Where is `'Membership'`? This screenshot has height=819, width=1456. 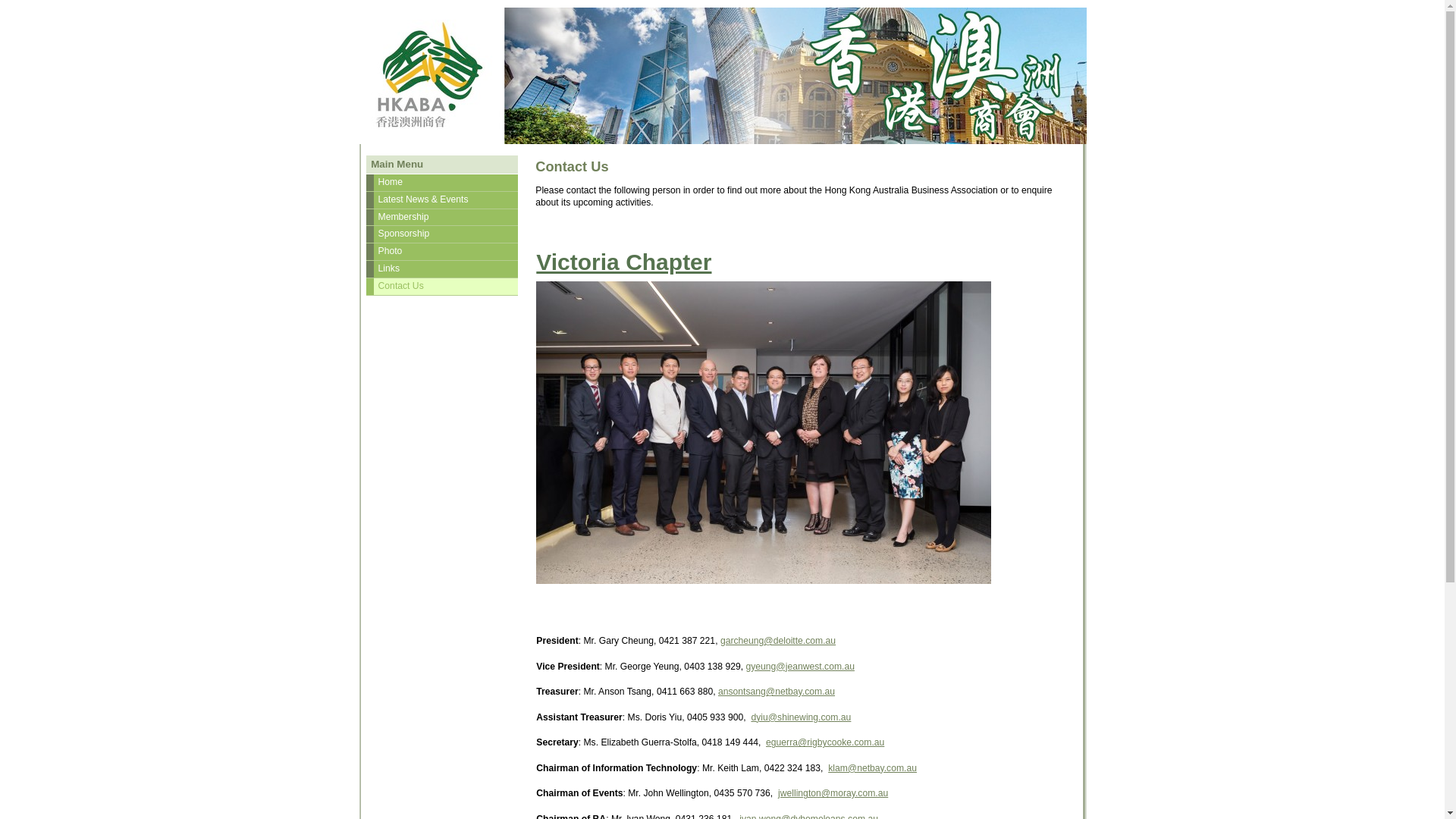 'Membership' is located at coordinates (441, 217).